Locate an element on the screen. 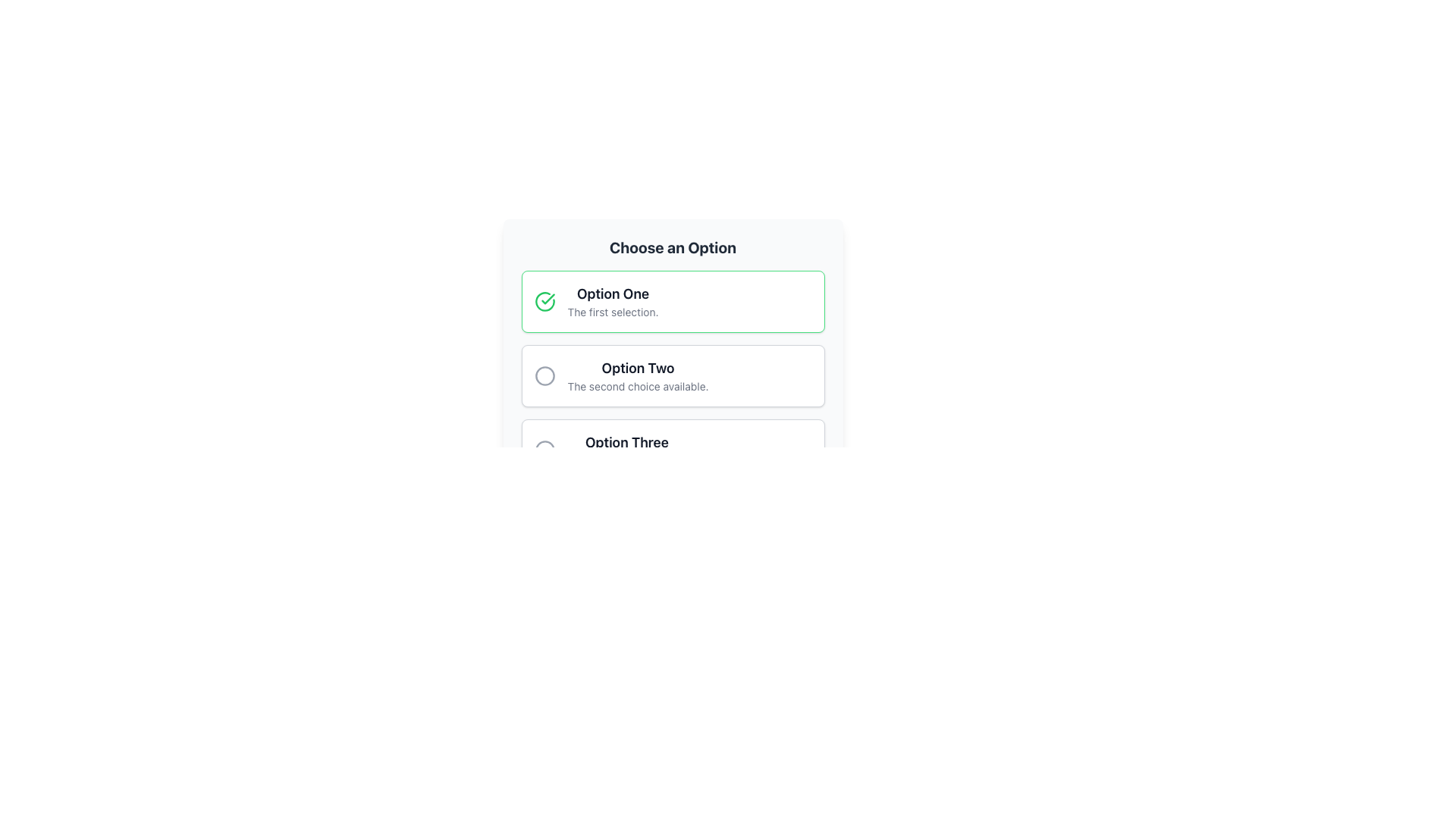 The width and height of the screenshot is (1456, 819). the circular icon with a gray border and hollow center, located to the left of the text 'Option Two The second choice available.' is located at coordinates (544, 375).